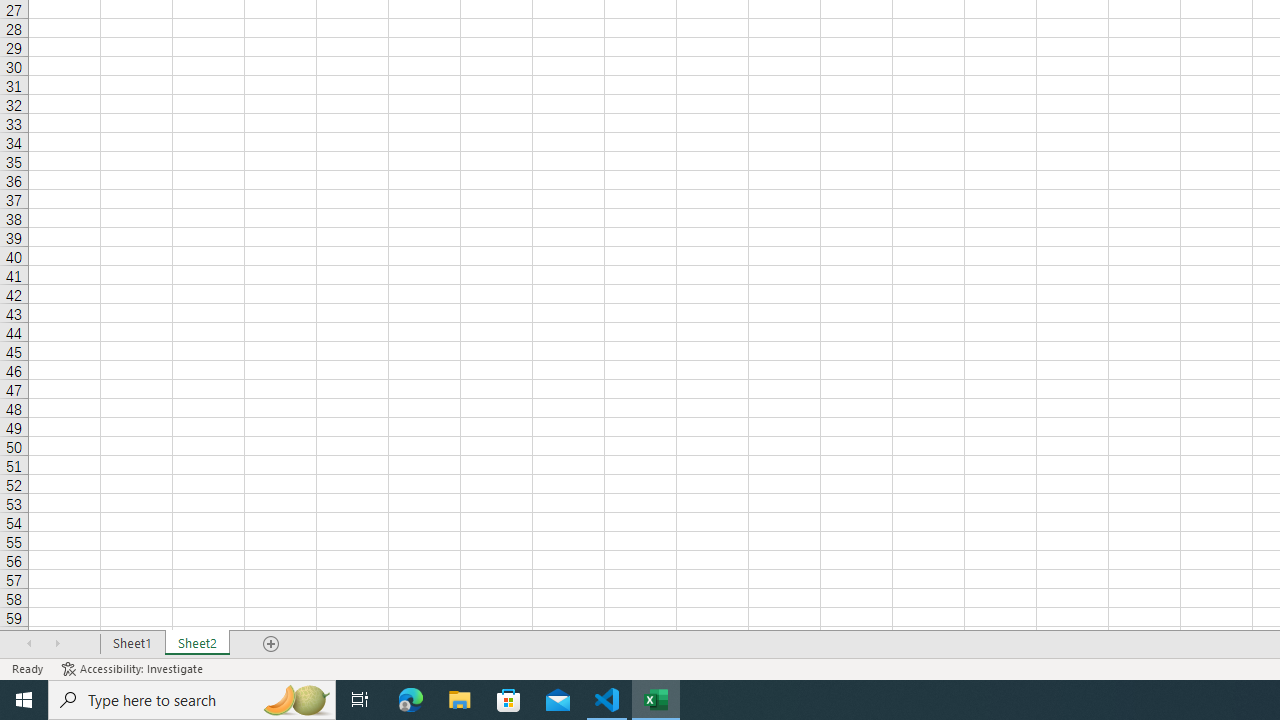 Image resolution: width=1280 pixels, height=720 pixels. I want to click on 'File Explorer', so click(459, 698).